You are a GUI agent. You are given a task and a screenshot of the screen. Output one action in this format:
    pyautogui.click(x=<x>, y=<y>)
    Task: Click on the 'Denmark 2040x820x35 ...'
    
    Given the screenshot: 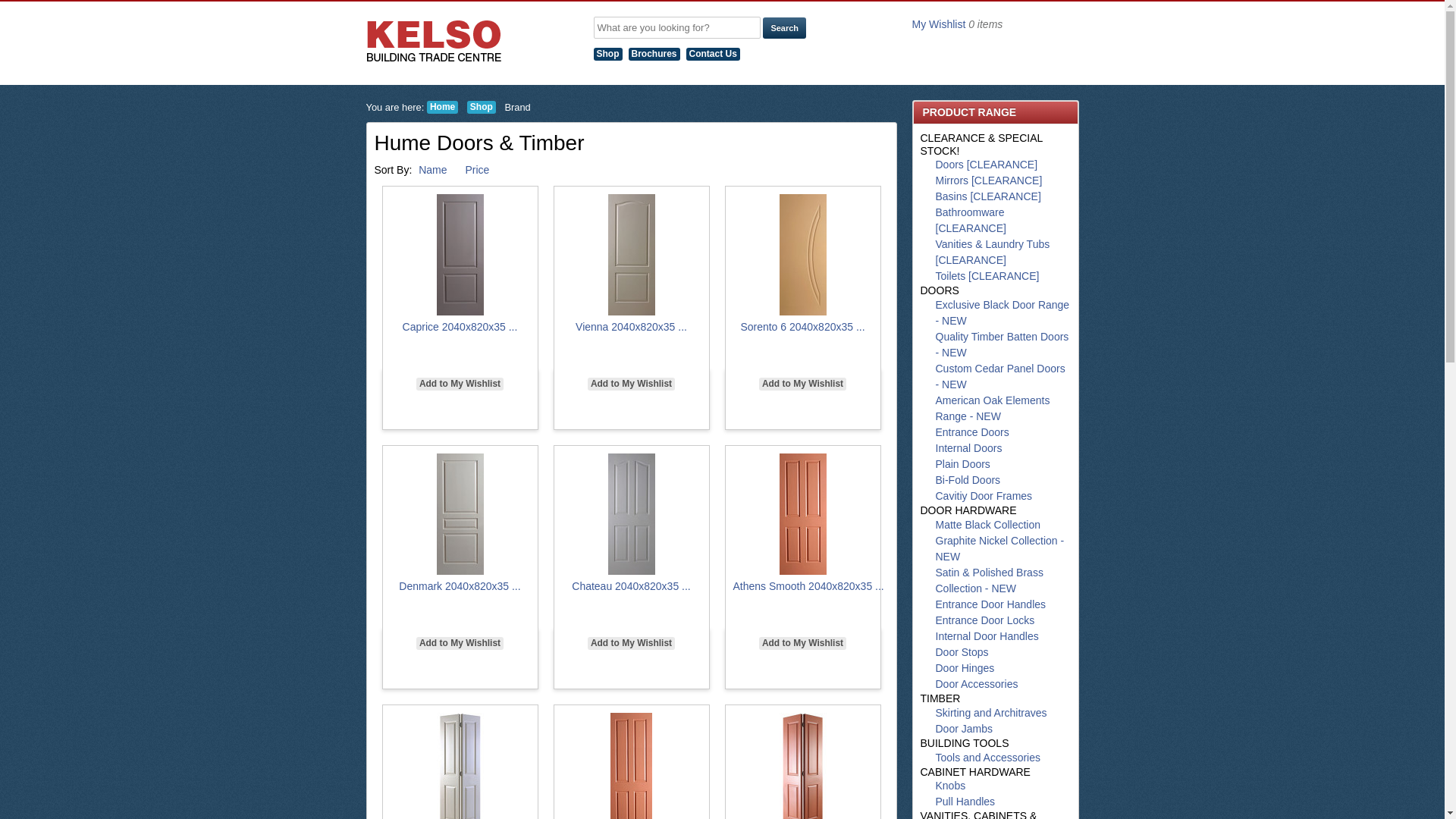 What is the action you would take?
    pyautogui.click(x=458, y=585)
    